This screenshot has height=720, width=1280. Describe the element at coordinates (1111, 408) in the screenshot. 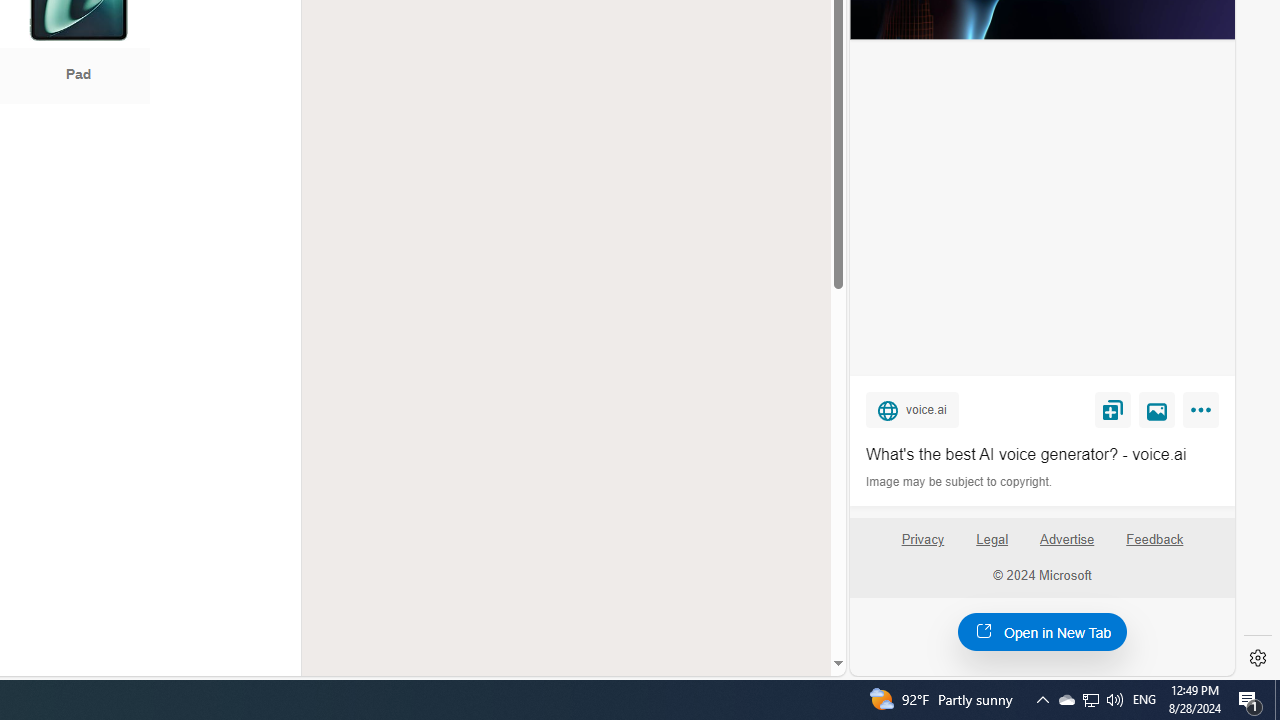

I see `'Save'` at that location.